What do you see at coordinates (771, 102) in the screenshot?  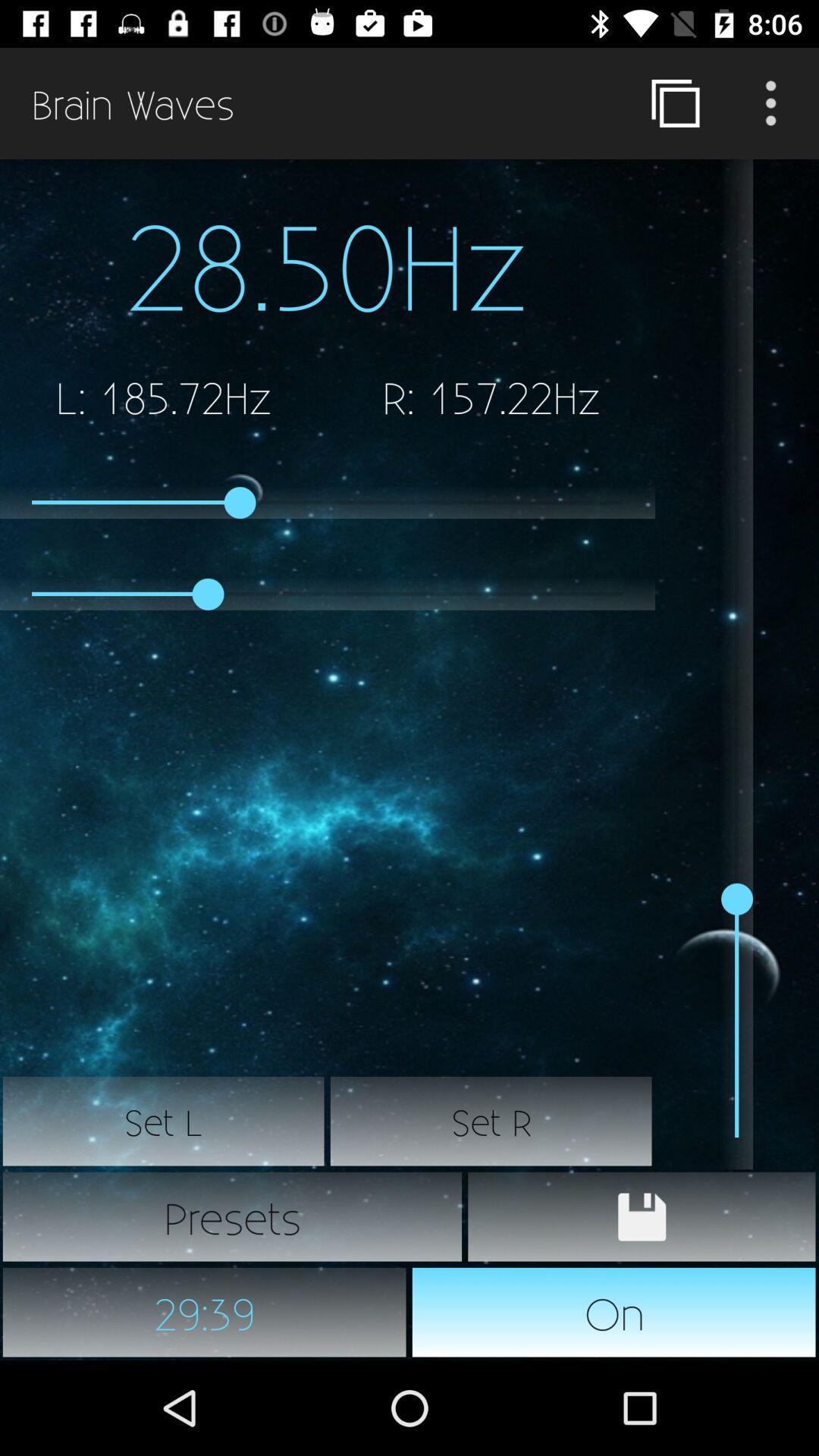 I see `page options` at bounding box center [771, 102].